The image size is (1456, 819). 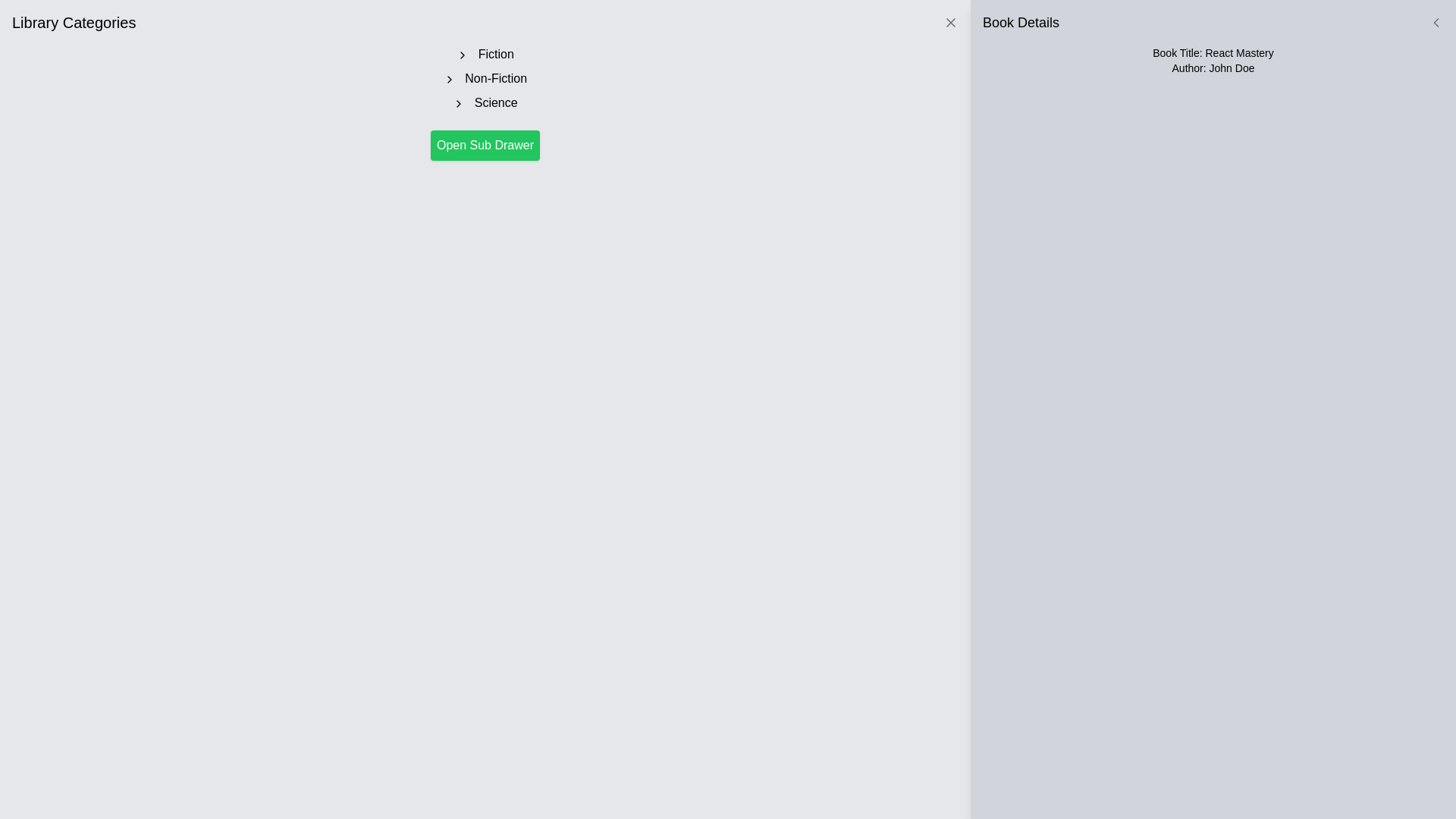 I want to click on the close button with a gray 'X' symbol located in the top-right corner of the 'Library Categories' header, so click(x=949, y=23).